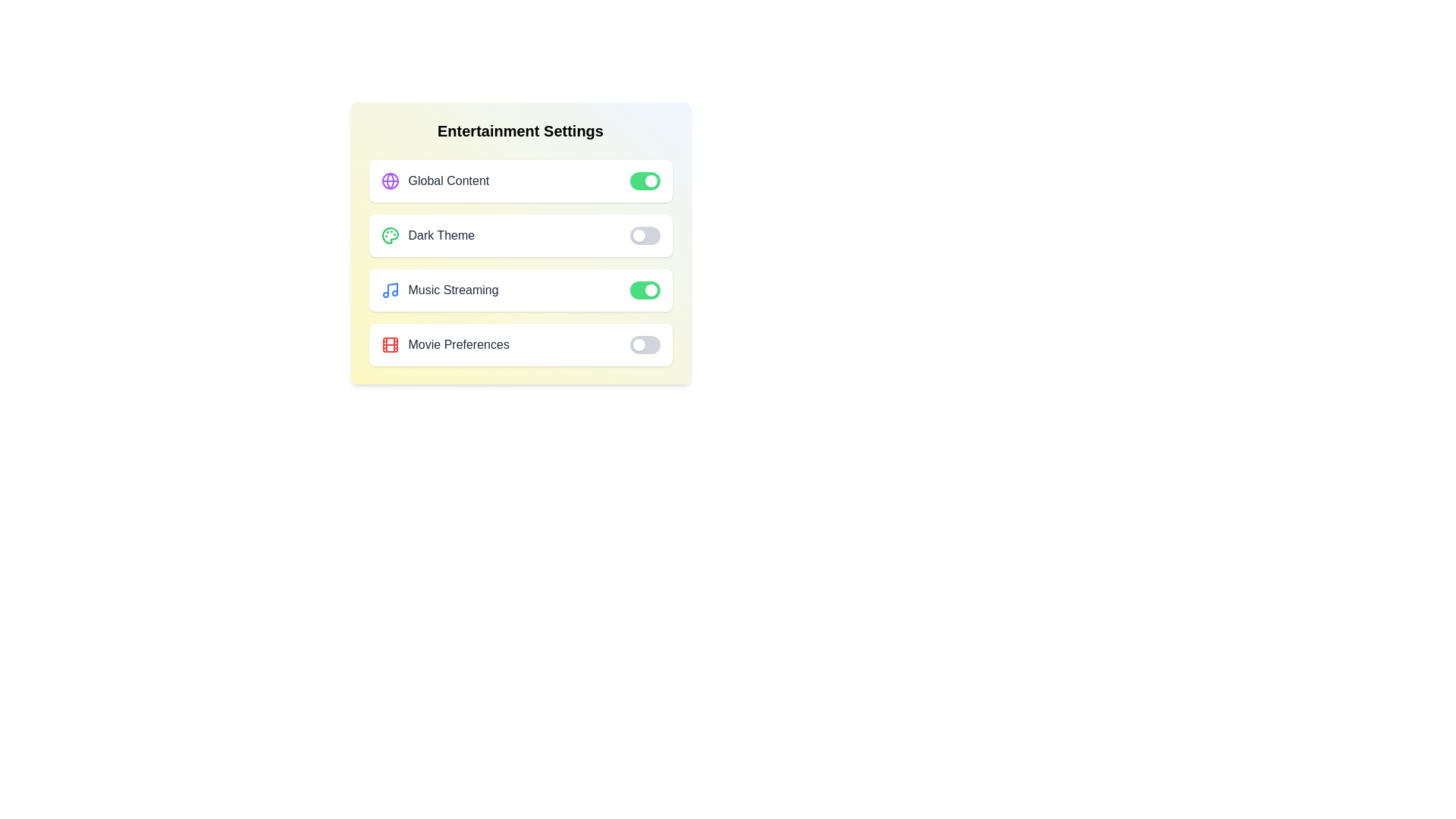  I want to click on the background of the component, so click(582, 356).